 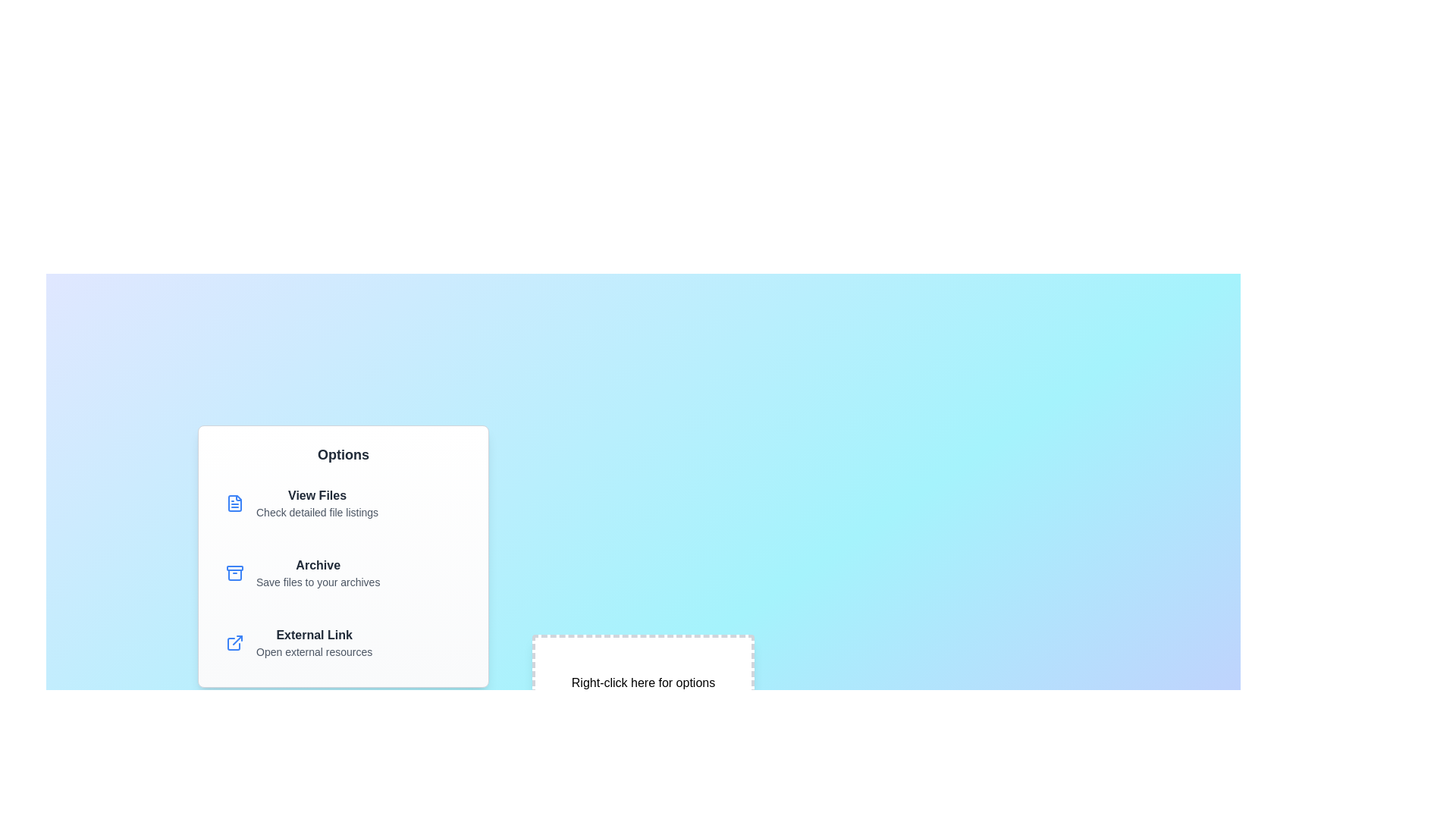 I want to click on the area labeled 'Right-click here for options' to close the context menu, so click(x=643, y=683).